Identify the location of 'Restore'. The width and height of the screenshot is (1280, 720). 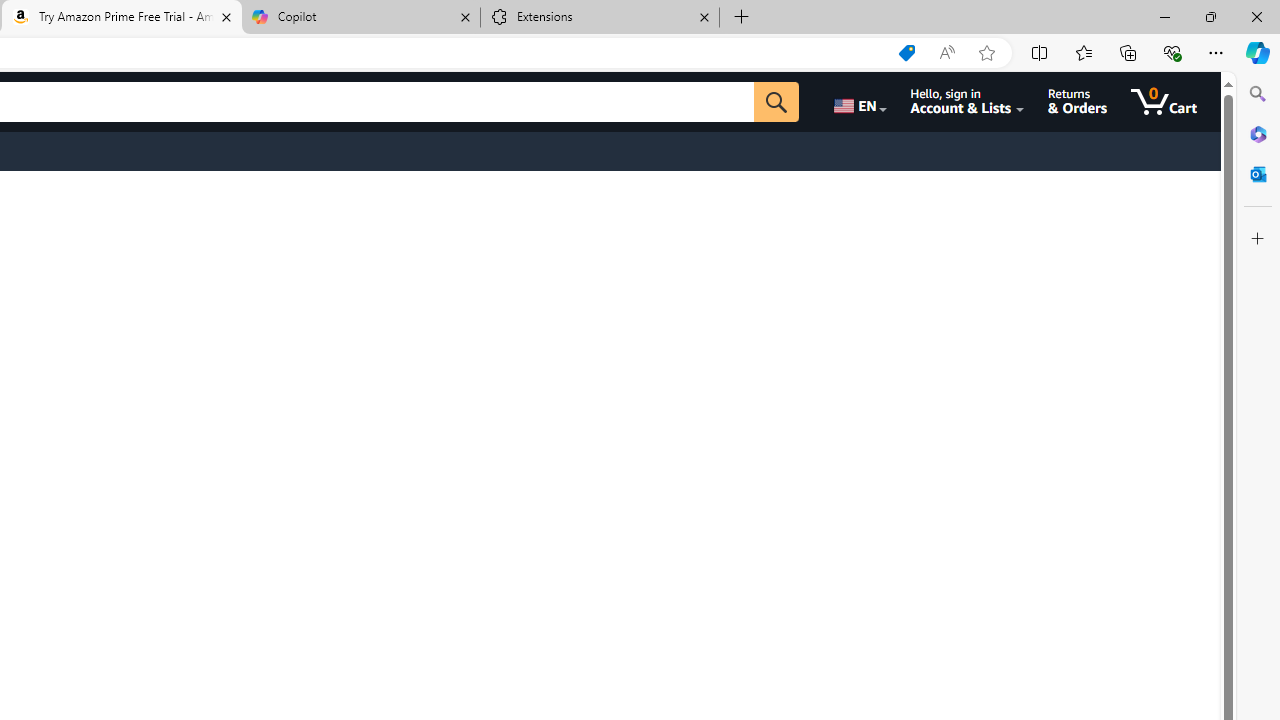
(1209, 16).